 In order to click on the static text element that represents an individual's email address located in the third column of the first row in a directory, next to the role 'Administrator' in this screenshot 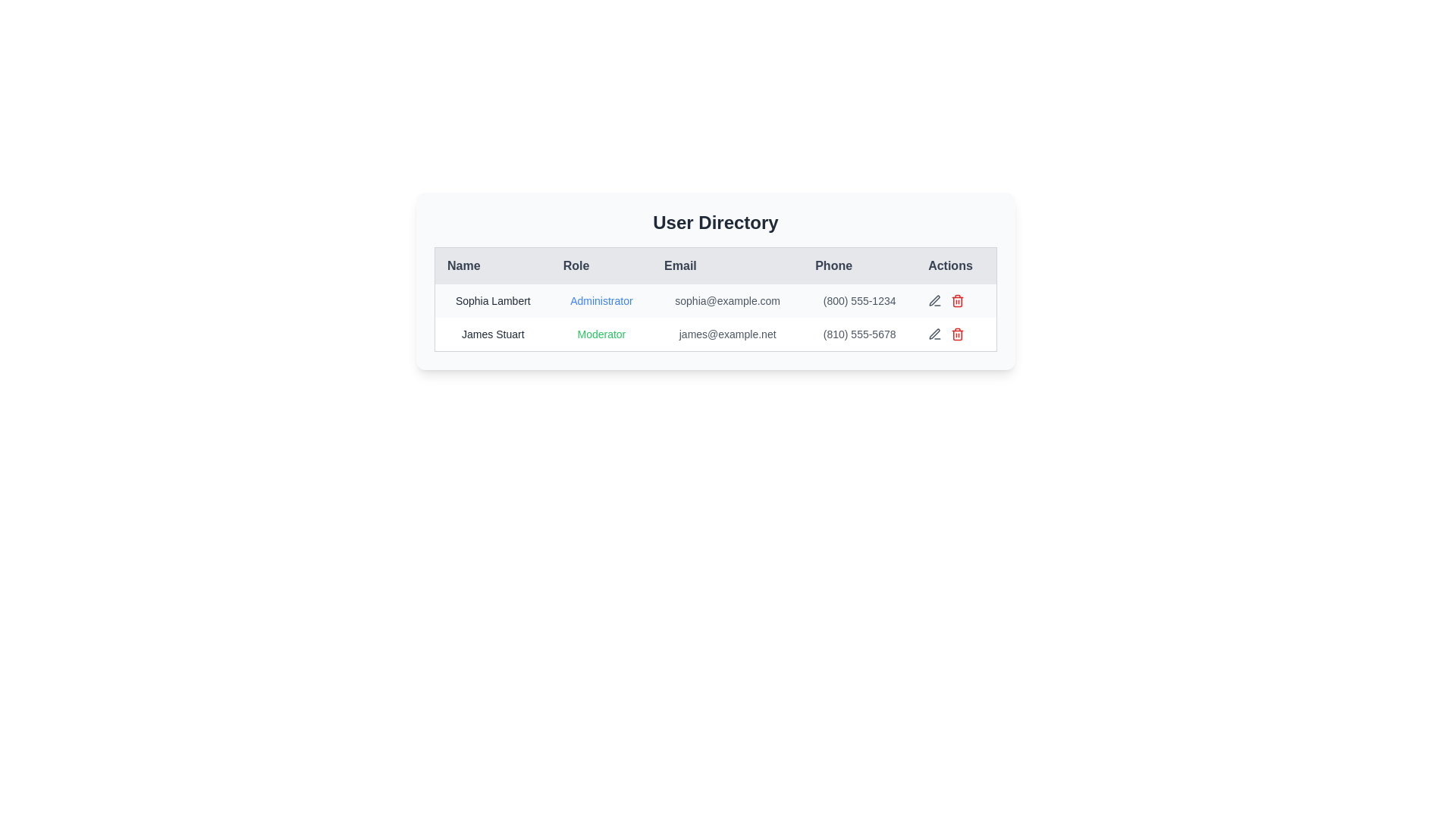, I will do `click(726, 301)`.